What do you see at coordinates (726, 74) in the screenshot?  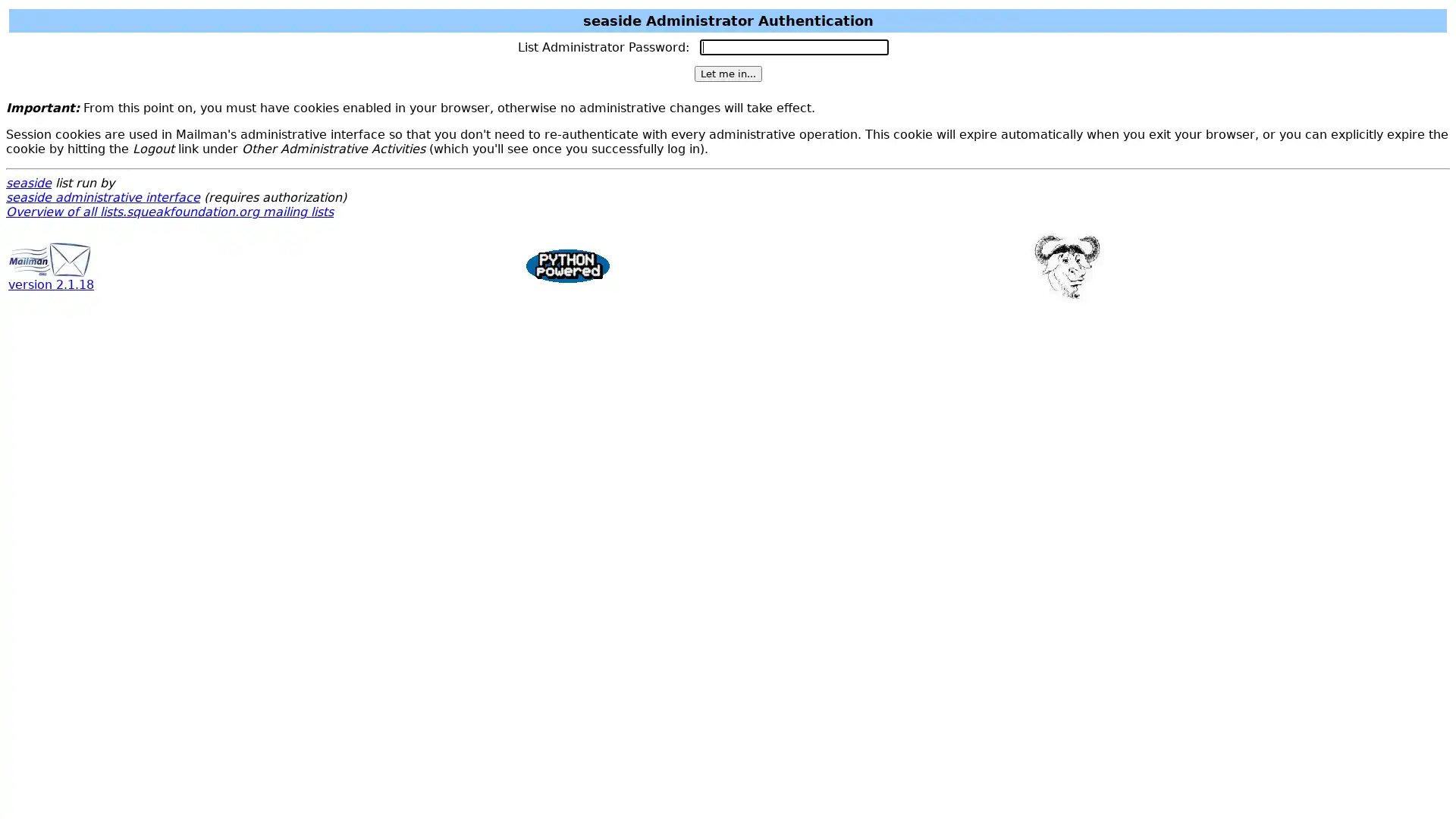 I see `Let me in...` at bounding box center [726, 74].